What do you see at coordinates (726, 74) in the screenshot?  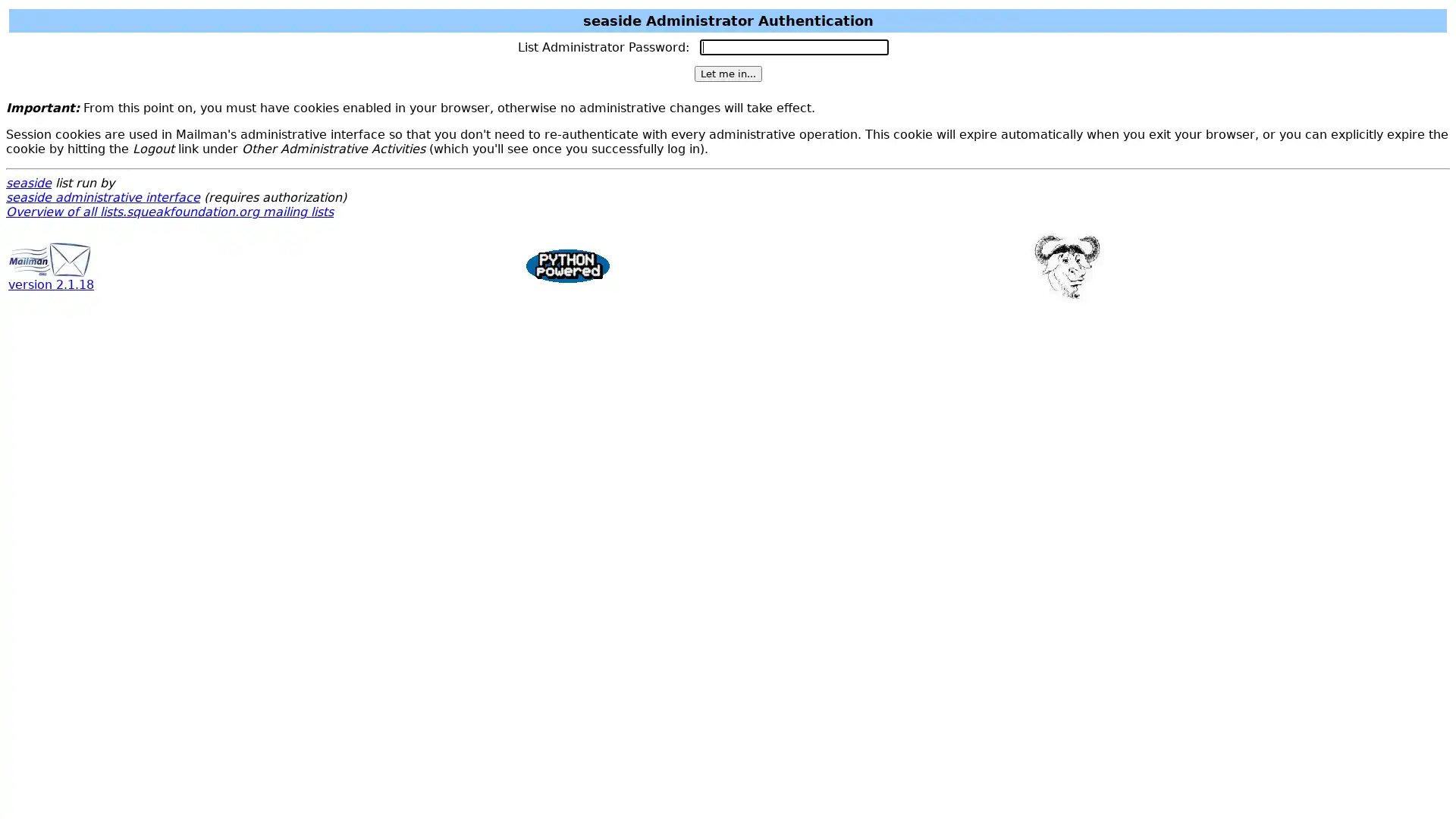 I see `Let me in...` at bounding box center [726, 74].